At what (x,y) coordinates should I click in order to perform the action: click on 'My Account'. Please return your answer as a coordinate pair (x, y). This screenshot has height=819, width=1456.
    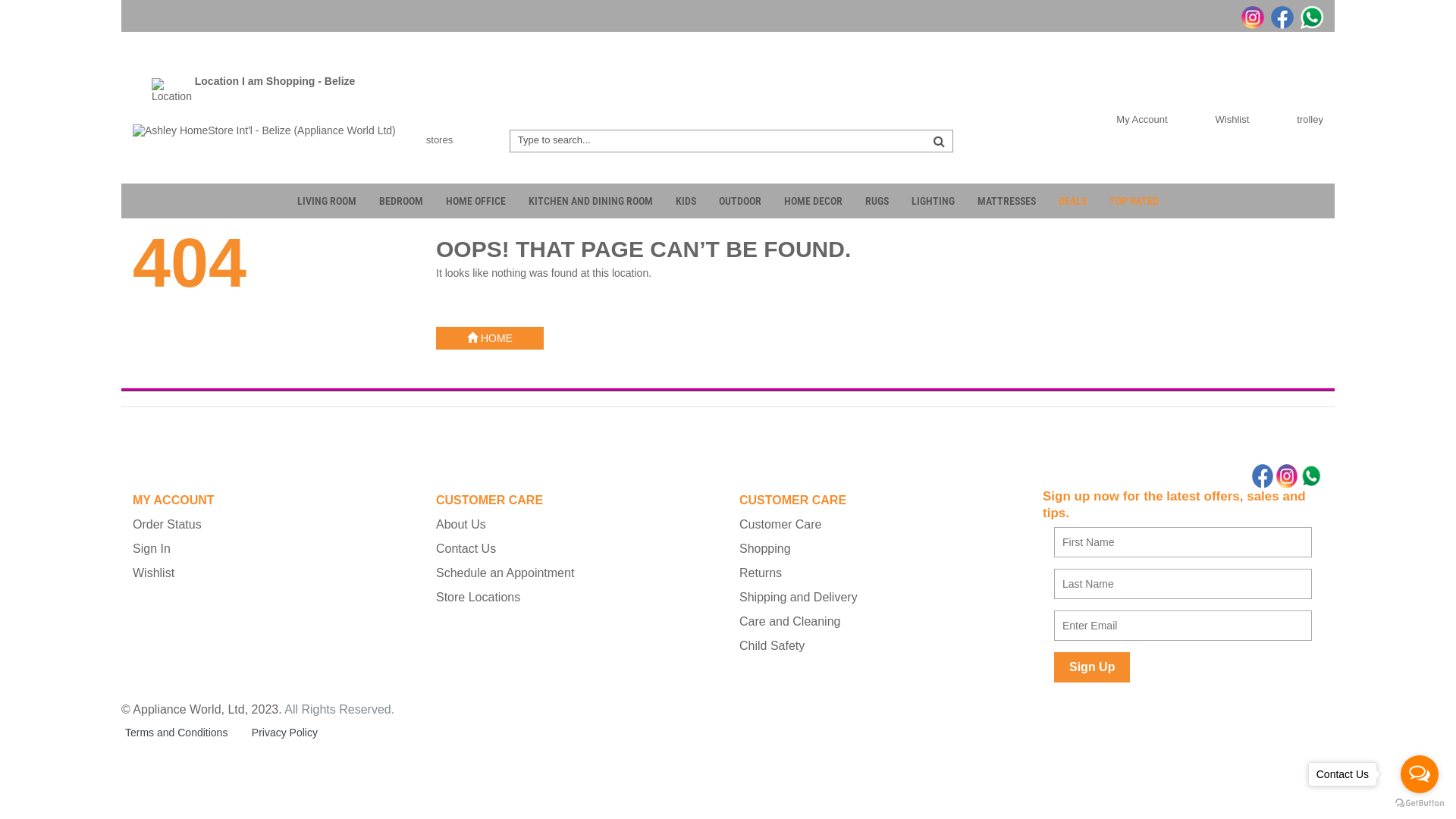
    Looking at the image, I should click on (1095, 118).